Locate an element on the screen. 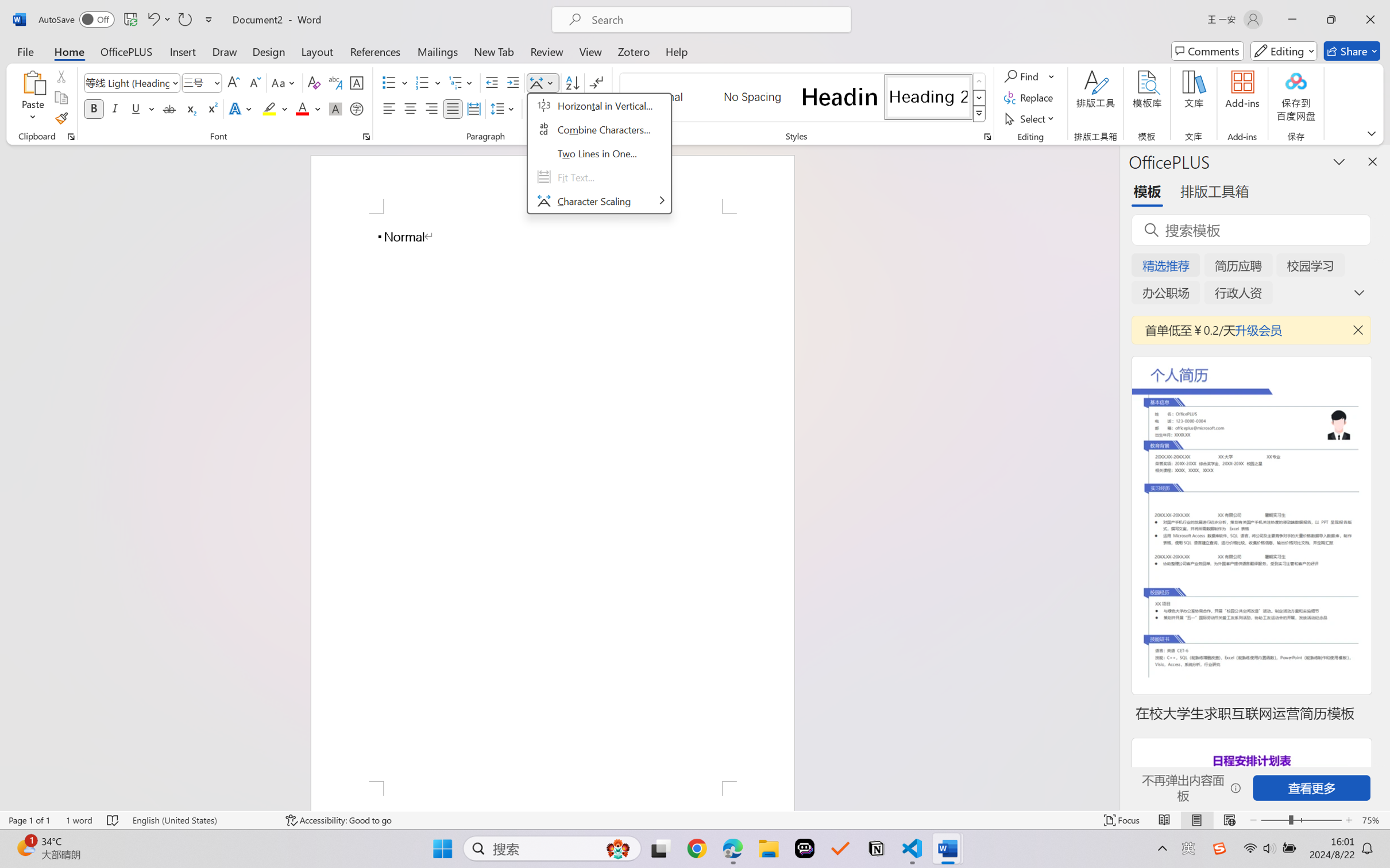 The width and height of the screenshot is (1390, 868). 'Language English (United States)' is located at coordinates (201, 820).